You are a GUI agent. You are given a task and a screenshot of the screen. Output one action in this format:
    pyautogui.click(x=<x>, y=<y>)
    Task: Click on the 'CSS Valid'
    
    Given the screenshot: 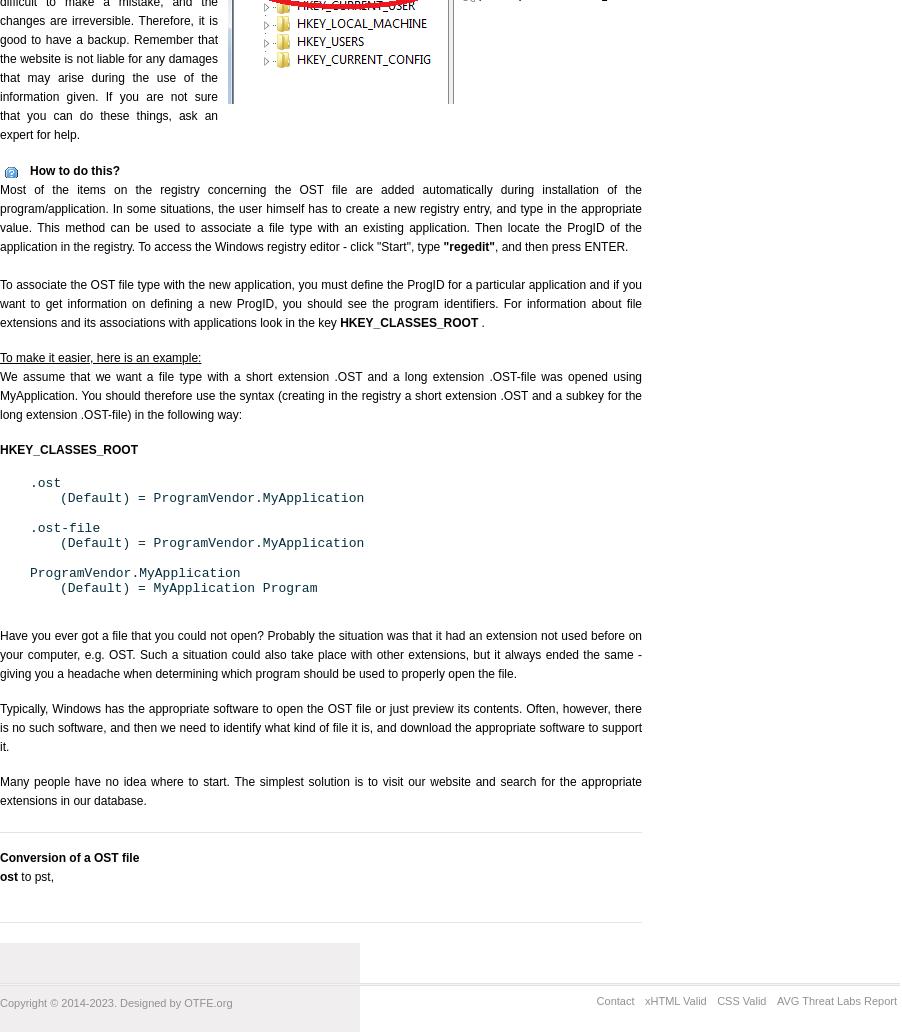 What is the action you would take?
    pyautogui.click(x=741, y=1000)
    